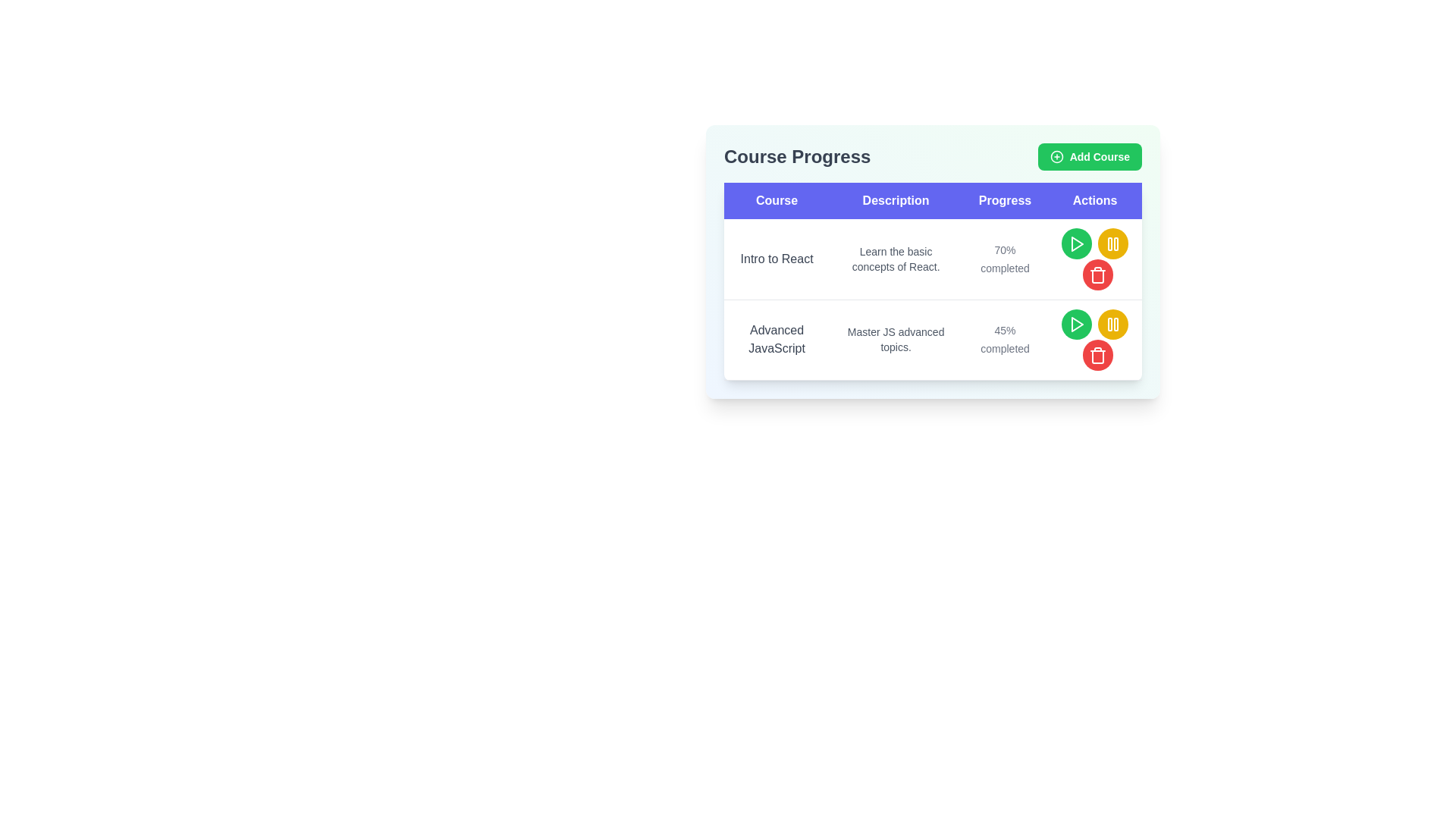 The image size is (1456, 819). I want to click on the first circular button in the 'Actions' column of the second row, so click(1076, 323).